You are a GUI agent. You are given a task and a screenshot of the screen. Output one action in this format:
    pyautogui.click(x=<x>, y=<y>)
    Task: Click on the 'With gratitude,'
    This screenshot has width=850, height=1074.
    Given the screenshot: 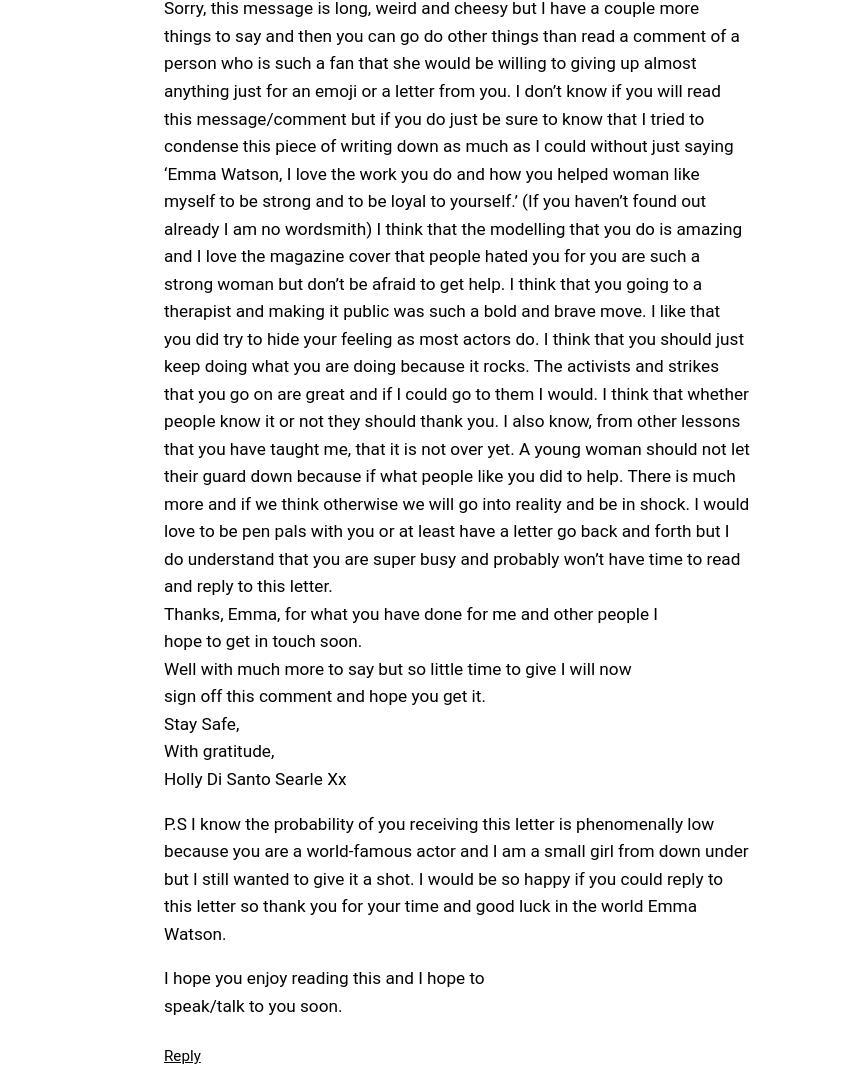 What is the action you would take?
    pyautogui.click(x=218, y=751)
    